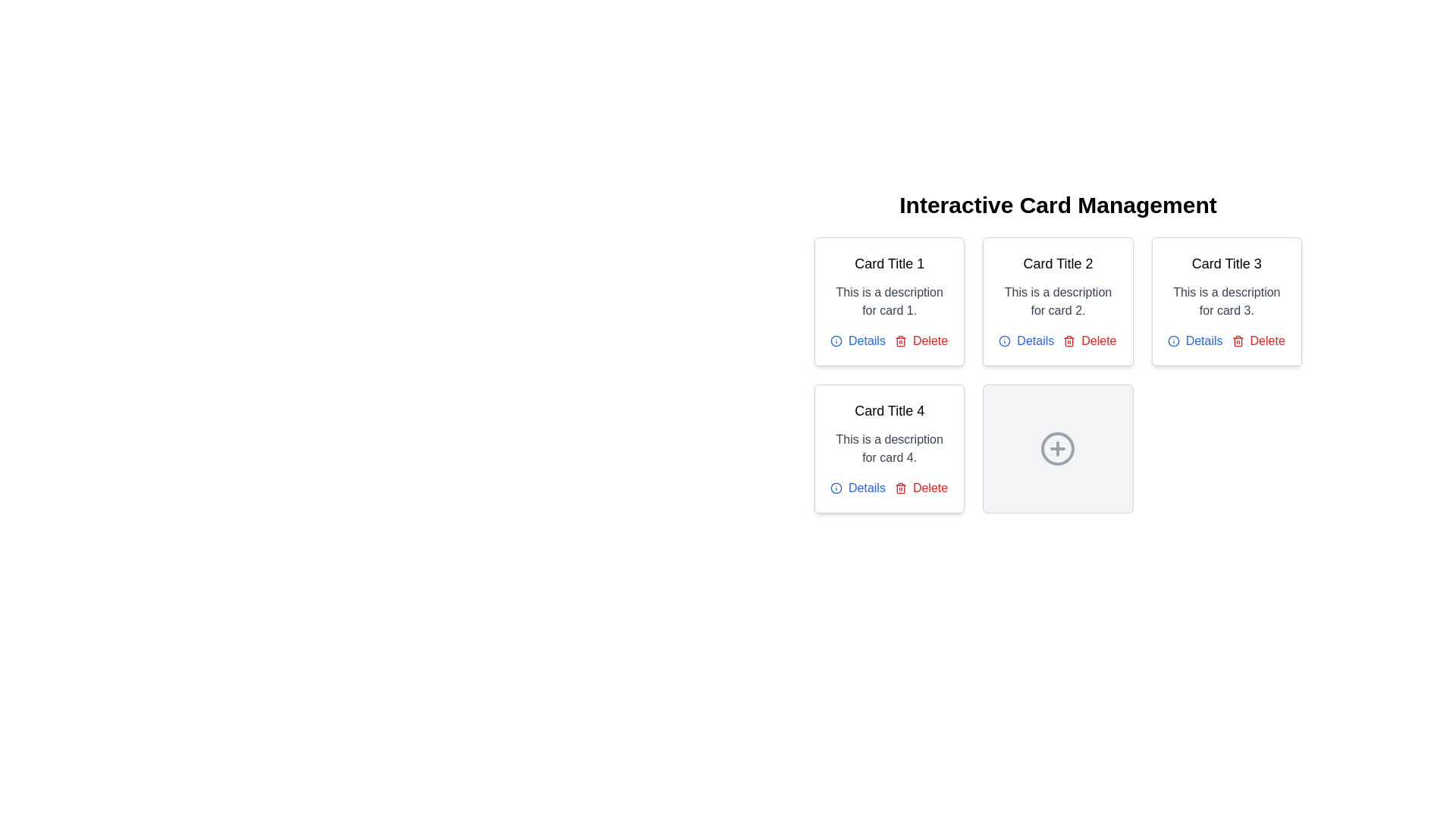 This screenshot has width=1456, height=819. Describe the element at coordinates (1057, 262) in the screenshot. I see `the text element displaying 'Card Title 2' at the center of the second card` at that location.